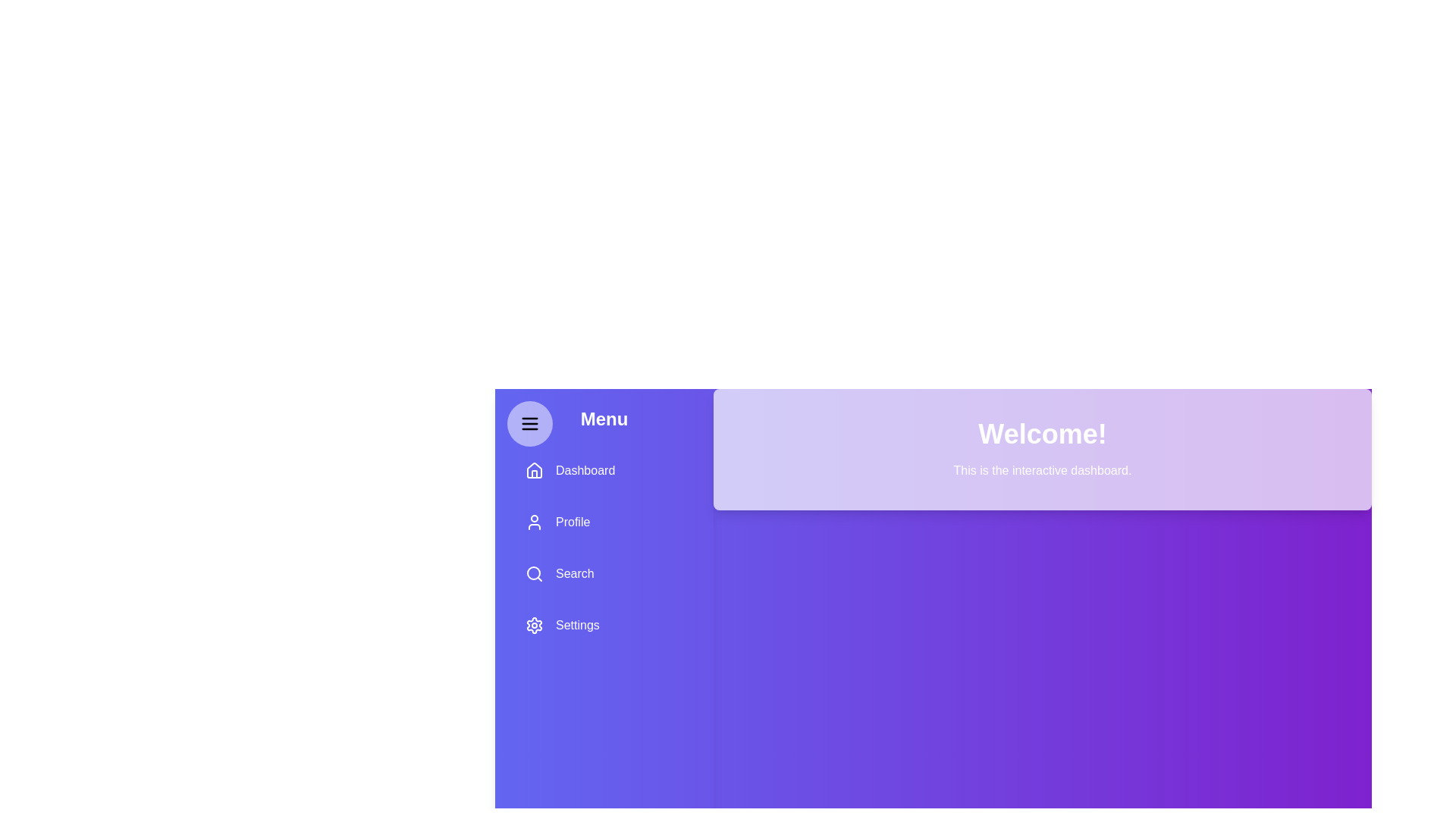 The image size is (1456, 819). What do you see at coordinates (603, 626) in the screenshot?
I see `the menu option Settings by clicking on it` at bounding box center [603, 626].